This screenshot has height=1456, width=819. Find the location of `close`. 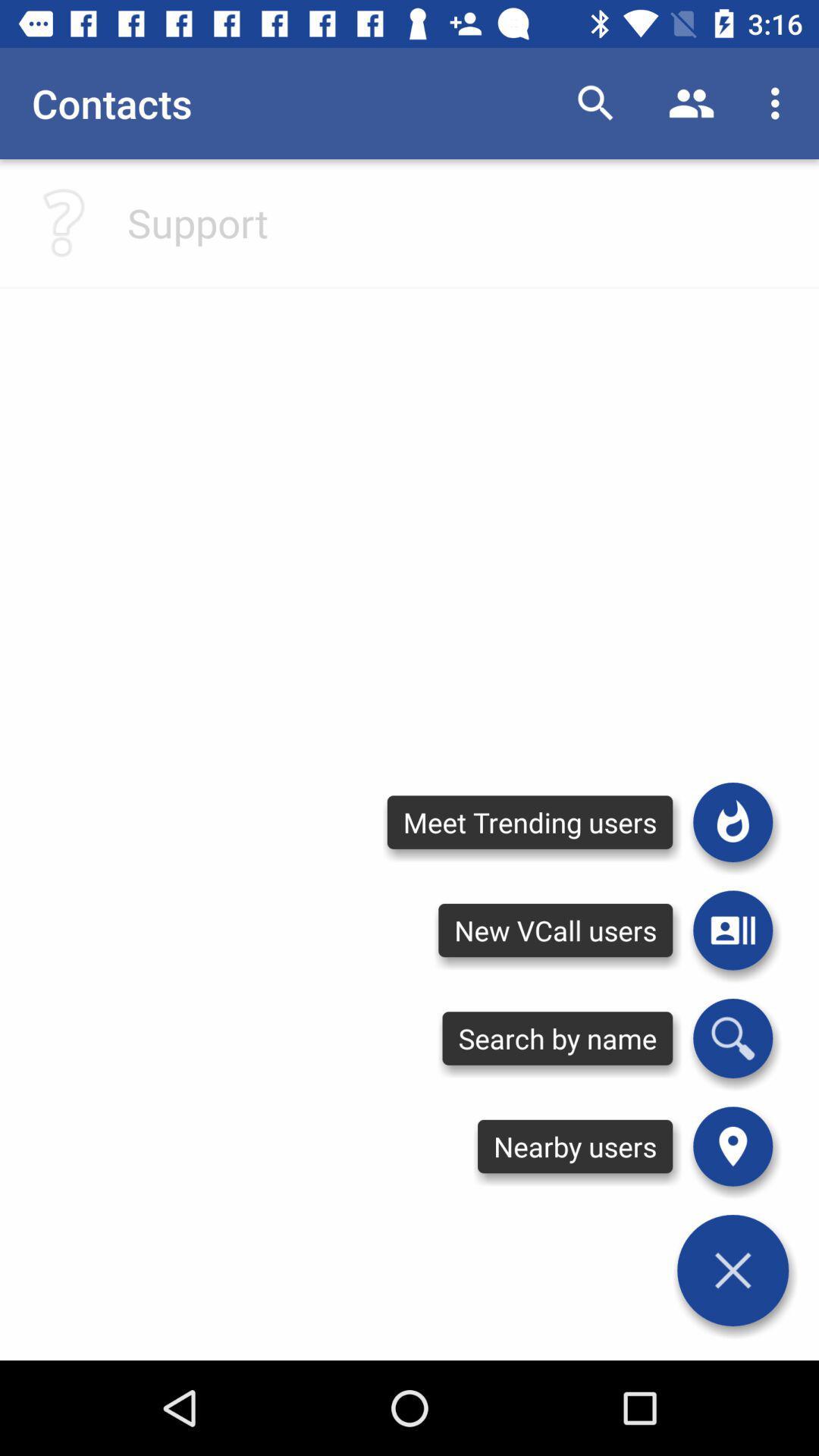

close is located at coordinates (732, 1270).